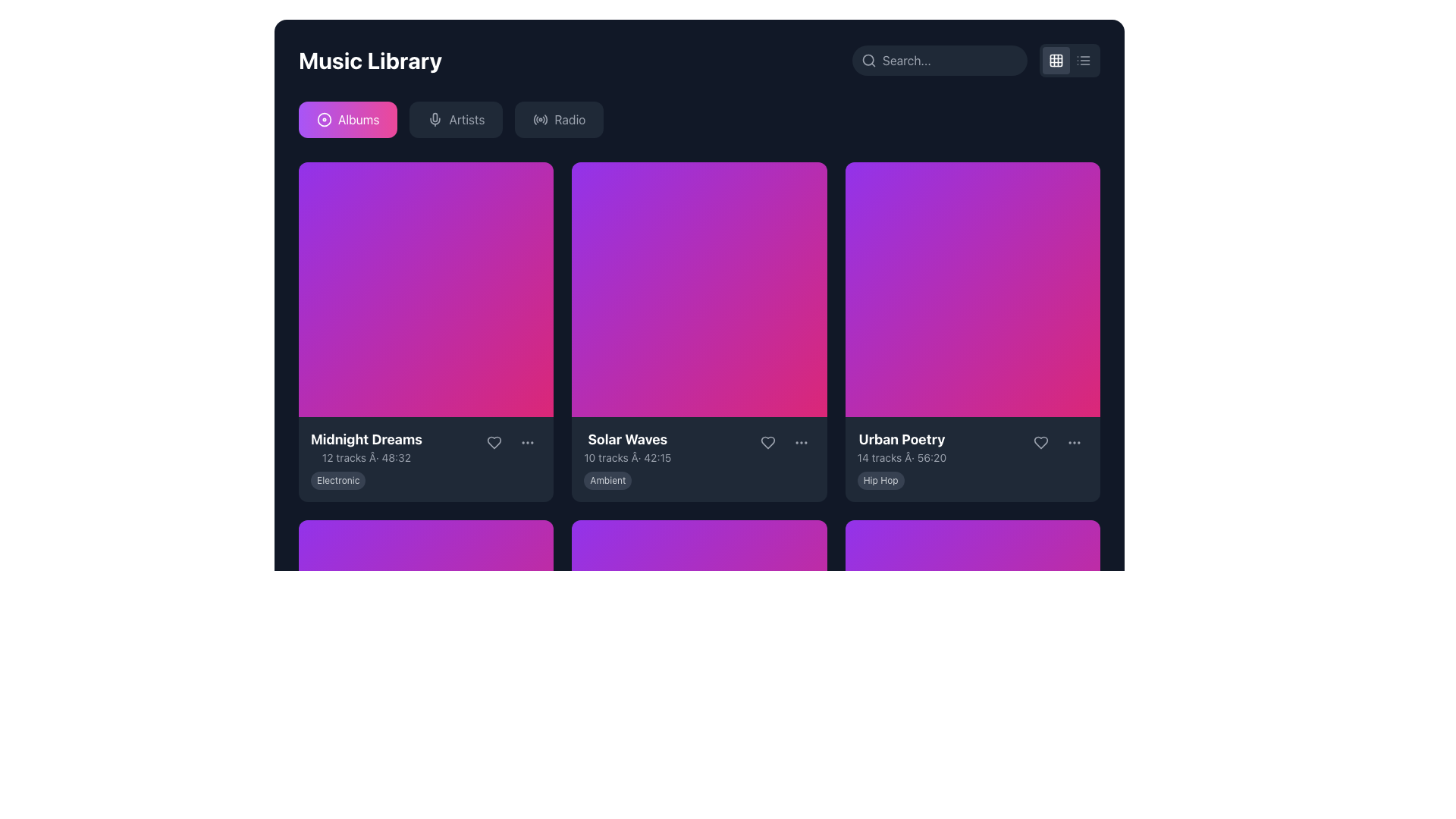 Image resolution: width=1456 pixels, height=819 pixels. Describe the element at coordinates (569, 119) in the screenshot. I see `the 'Radio' text label within the button in the navigation bar, which is styled with a light font color against a dark background` at that location.